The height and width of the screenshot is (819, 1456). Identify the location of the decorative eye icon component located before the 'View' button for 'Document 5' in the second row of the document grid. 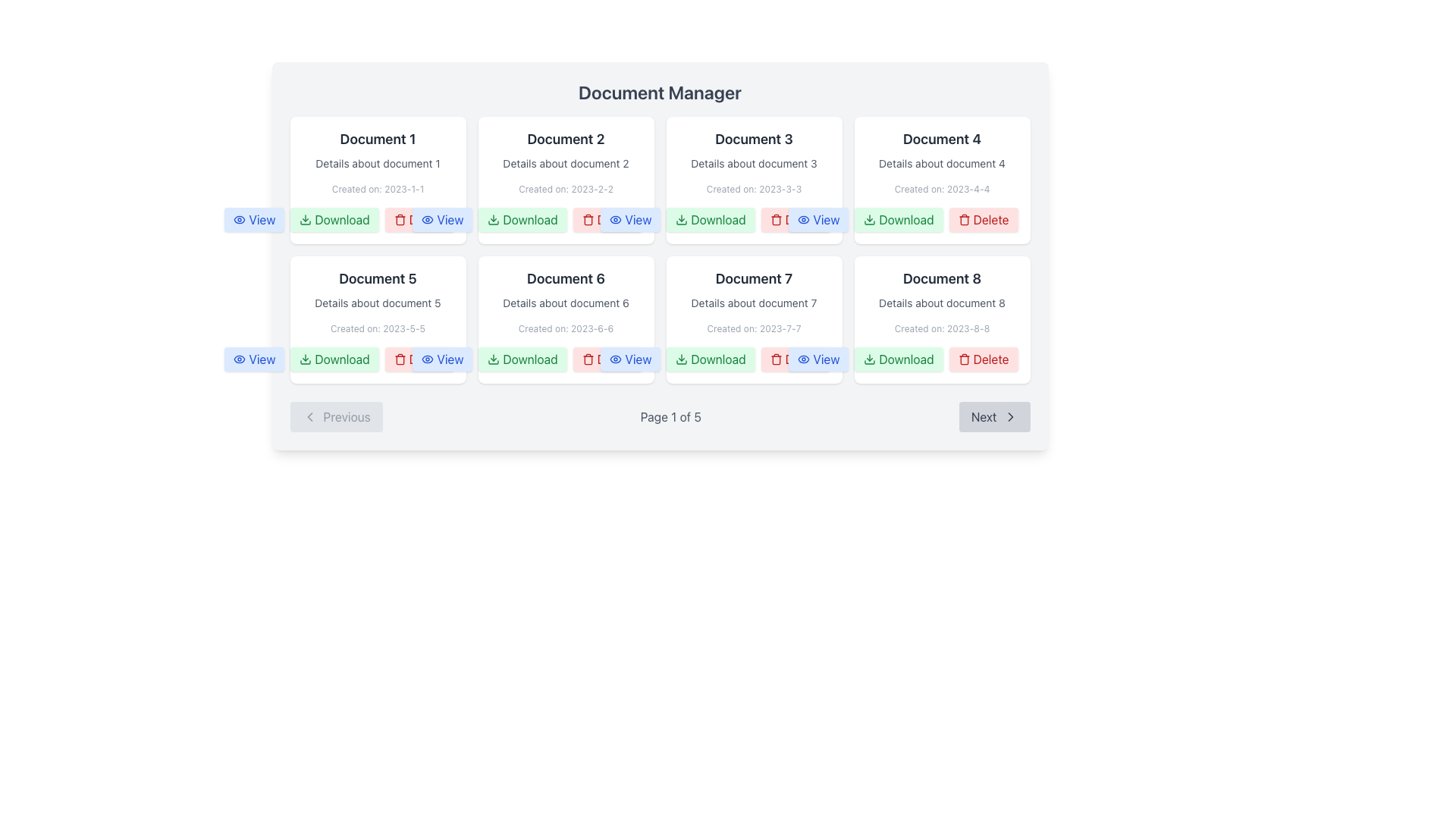
(427, 359).